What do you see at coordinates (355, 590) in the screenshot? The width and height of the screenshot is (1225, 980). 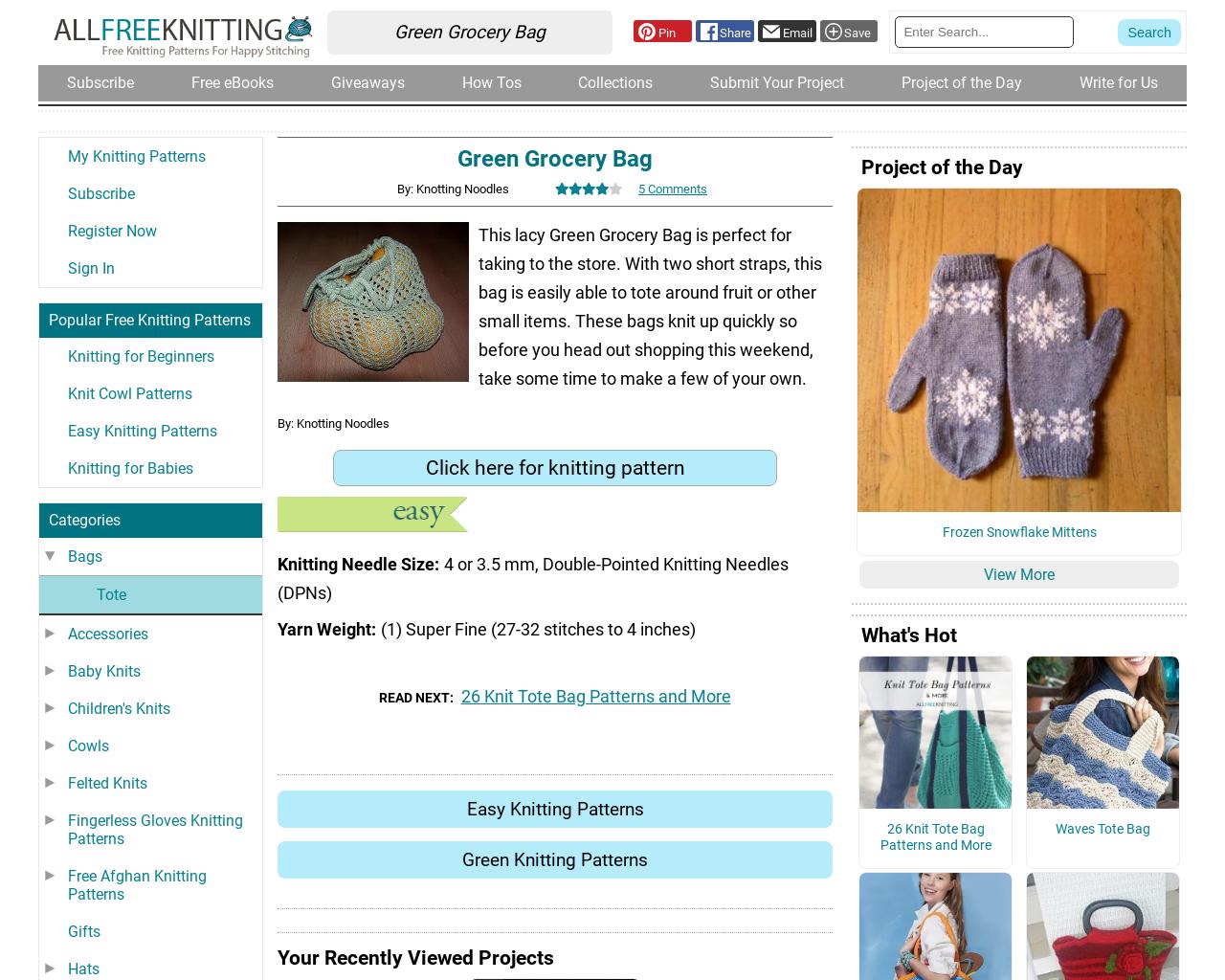 I see `'Knitting Needle Size'` at bounding box center [355, 590].